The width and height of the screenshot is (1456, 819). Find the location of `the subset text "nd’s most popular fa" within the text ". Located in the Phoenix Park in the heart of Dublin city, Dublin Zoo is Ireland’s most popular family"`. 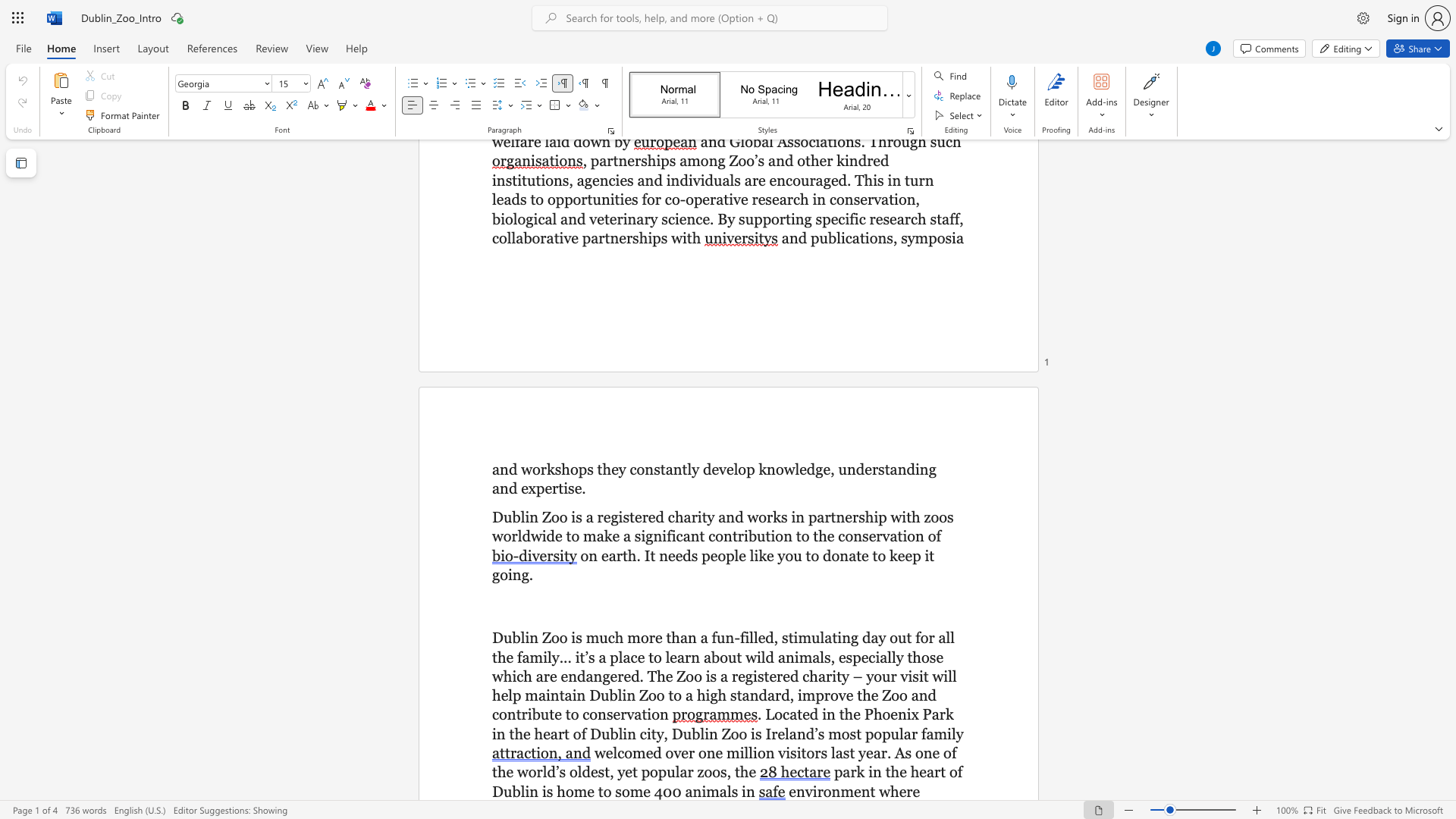

the subset text "nd’s most popular fa" within the text ". Located in the Phoenix Park in the heart of Dublin city, Dublin Zoo is Ireland’s most popular family" is located at coordinates (795, 733).